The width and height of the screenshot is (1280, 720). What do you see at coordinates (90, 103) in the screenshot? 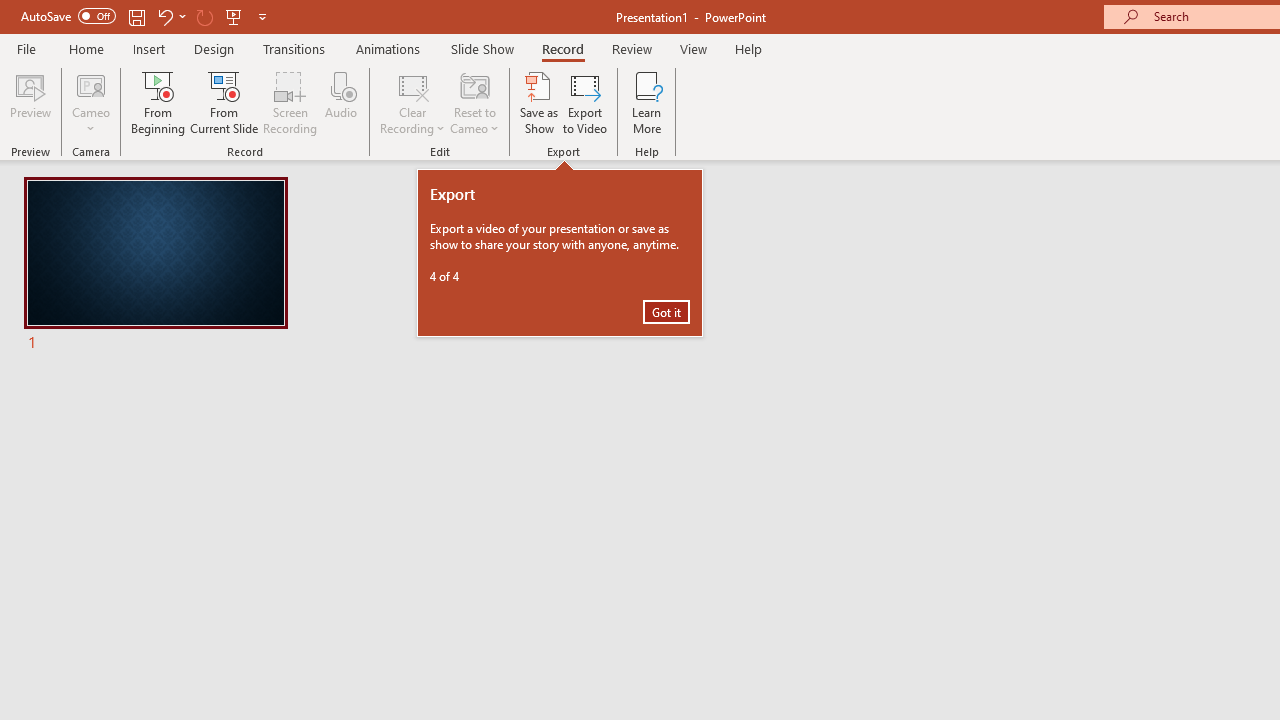
I see `'Cameo'` at bounding box center [90, 103].